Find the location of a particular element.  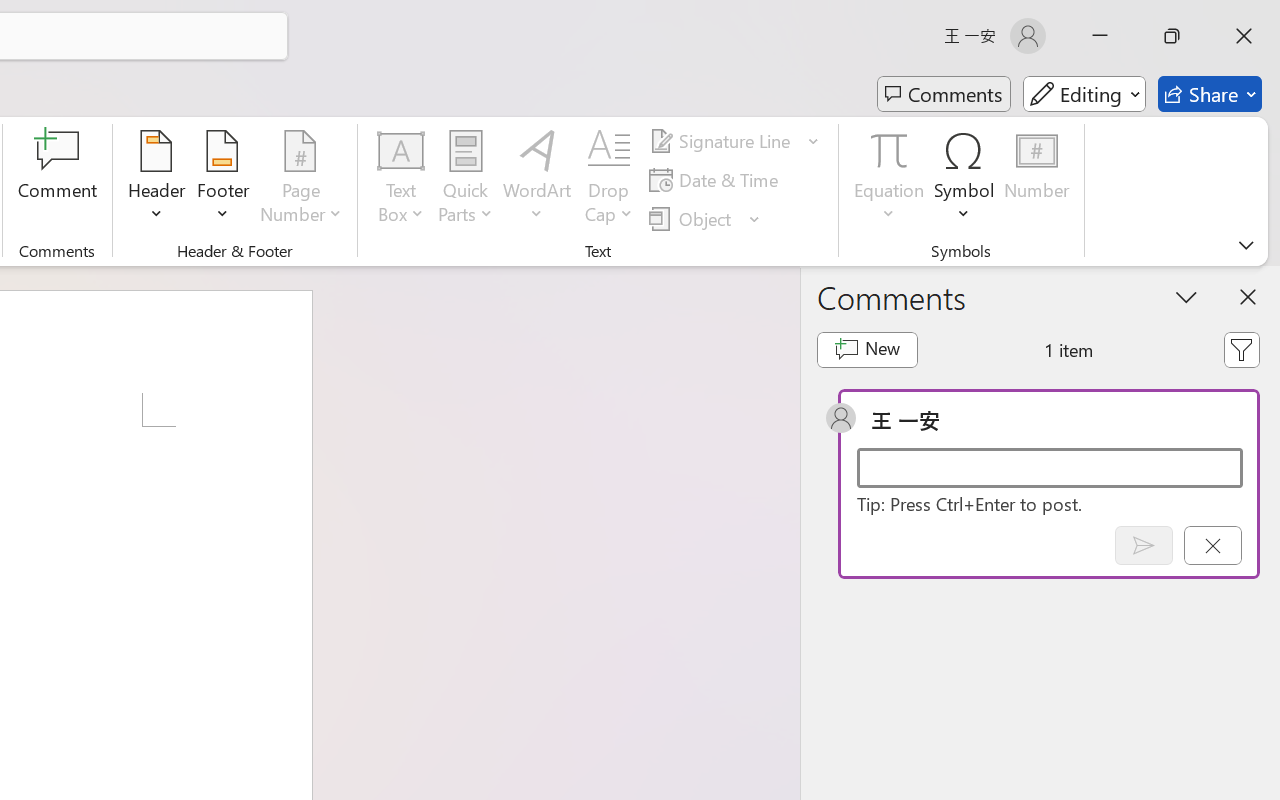

'Equation' is located at coordinates (888, 179).